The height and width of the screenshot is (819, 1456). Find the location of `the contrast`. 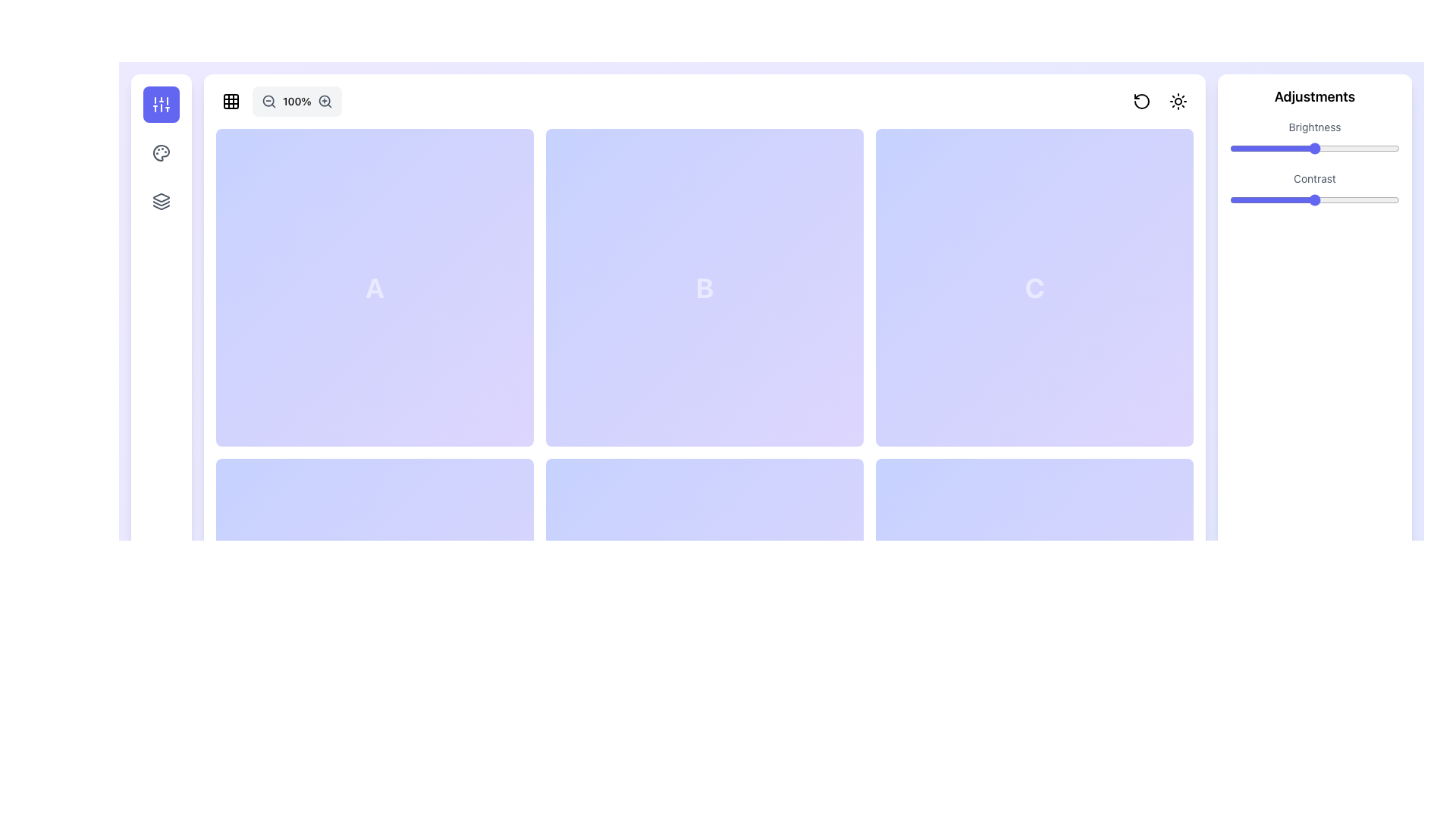

the contrast is located at coordinates (1275, 199).